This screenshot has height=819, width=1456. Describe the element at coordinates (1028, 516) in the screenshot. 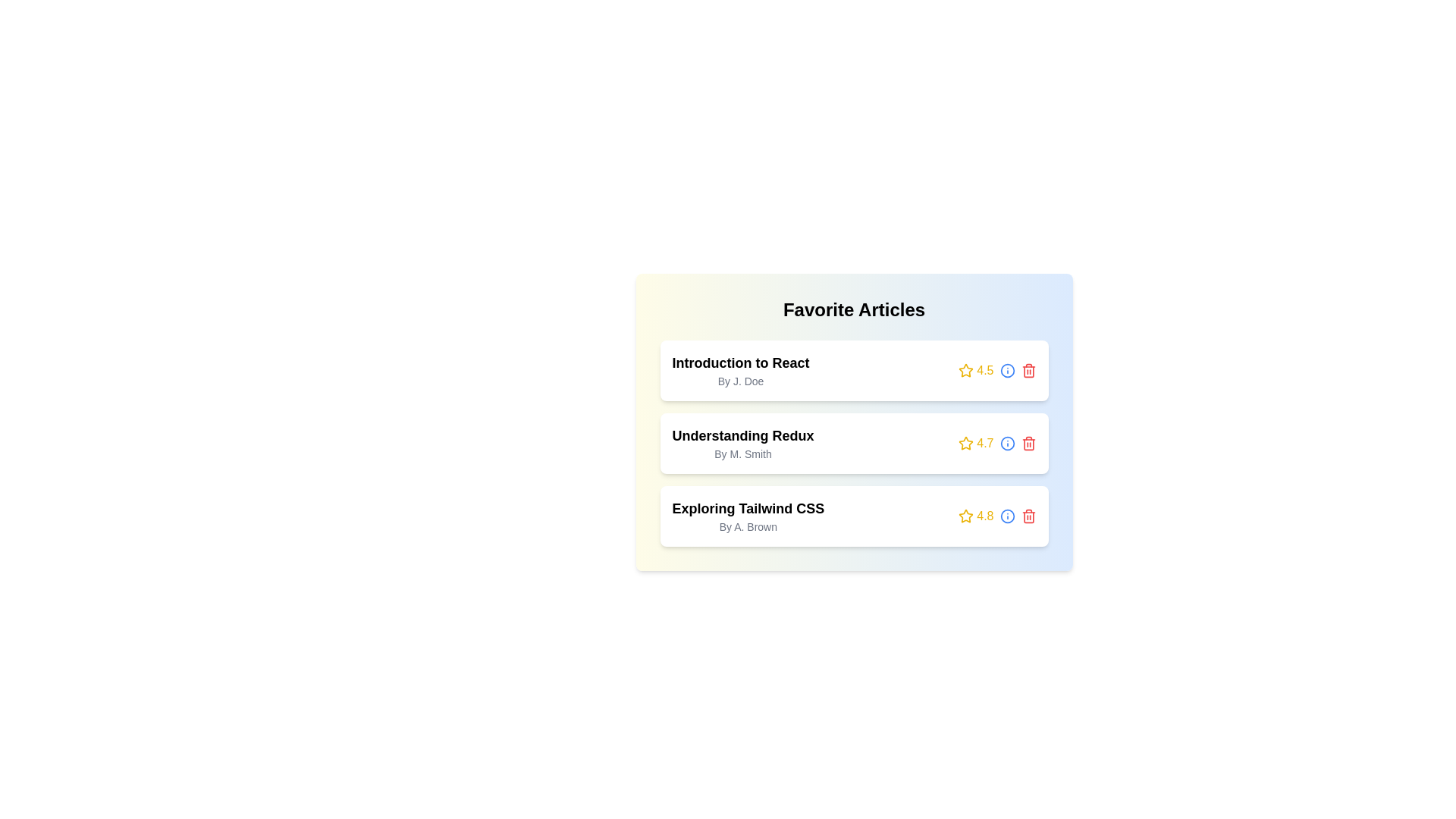

I see `'trash' icon to remove the article titled 'Exploring Tailwind CSS'` at that location.